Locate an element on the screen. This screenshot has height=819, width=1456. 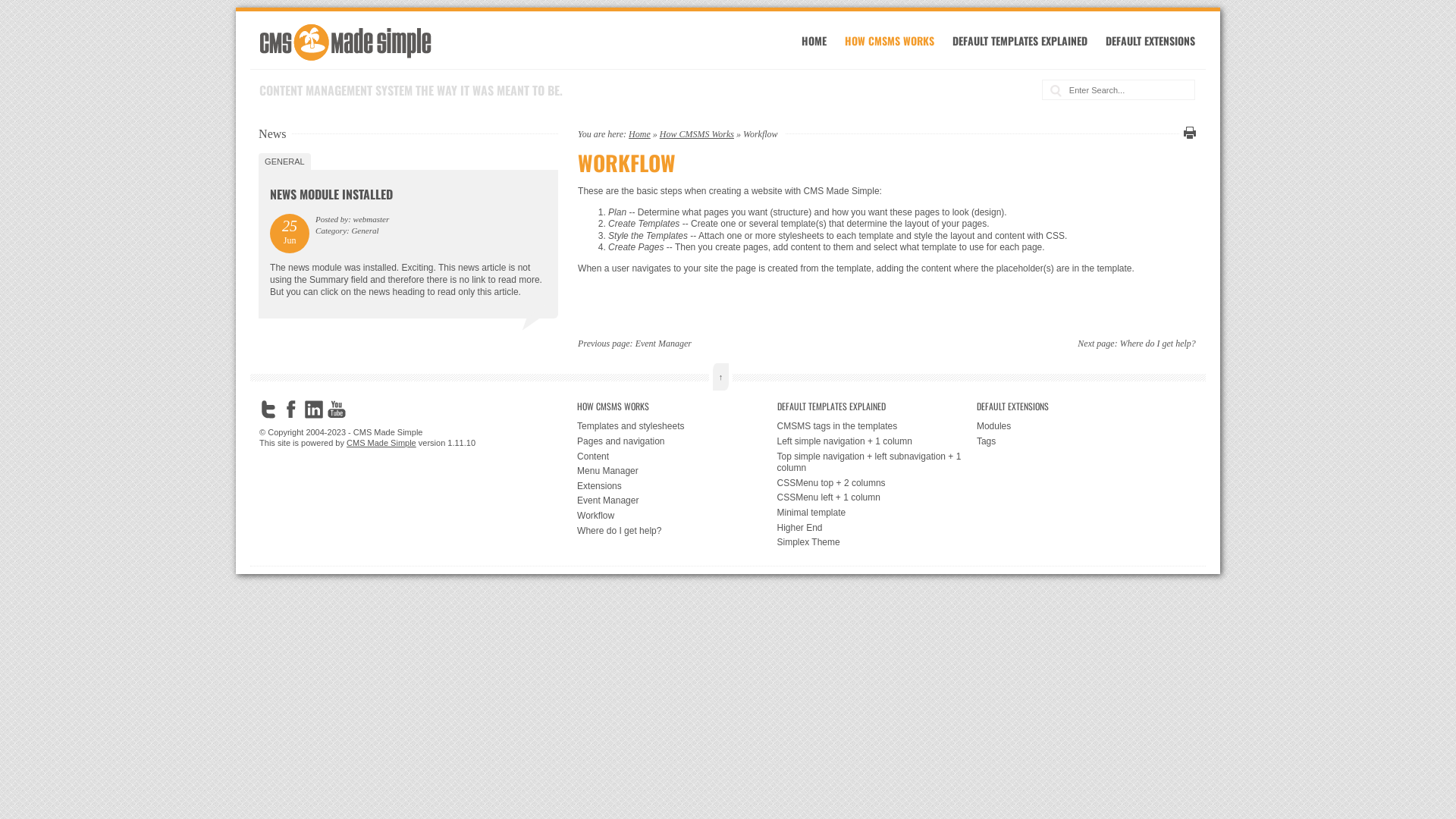
'DEFAULT TEMPLATES EXPLAINED' is located at coordinates (1019, 39).